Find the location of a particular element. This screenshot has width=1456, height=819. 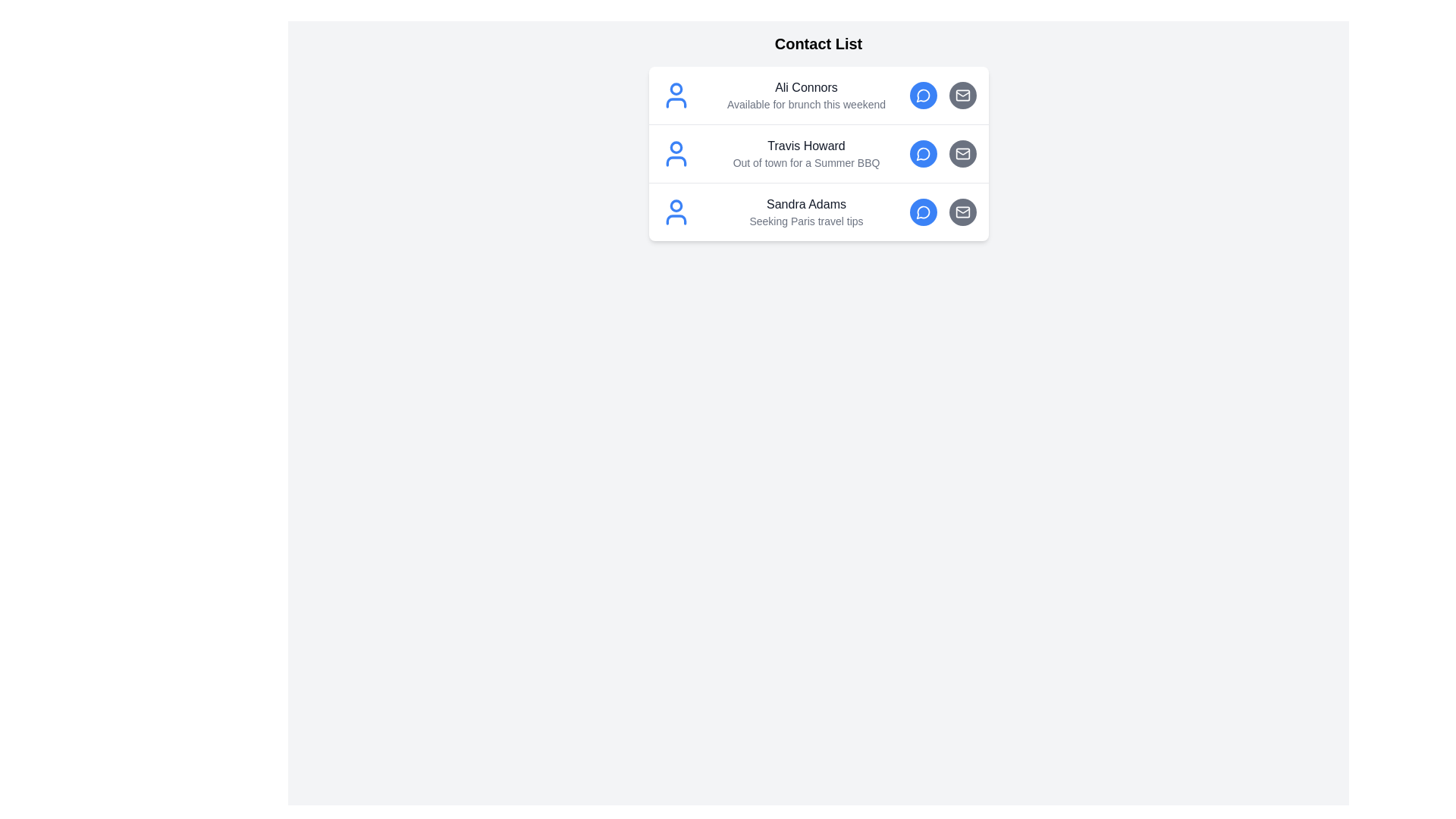

the List Item titled 'Travis Howard' which includes a blue user icon and messaging/email buttons, positioned as the second item in a vertical list is located at coordinates (817, 153).